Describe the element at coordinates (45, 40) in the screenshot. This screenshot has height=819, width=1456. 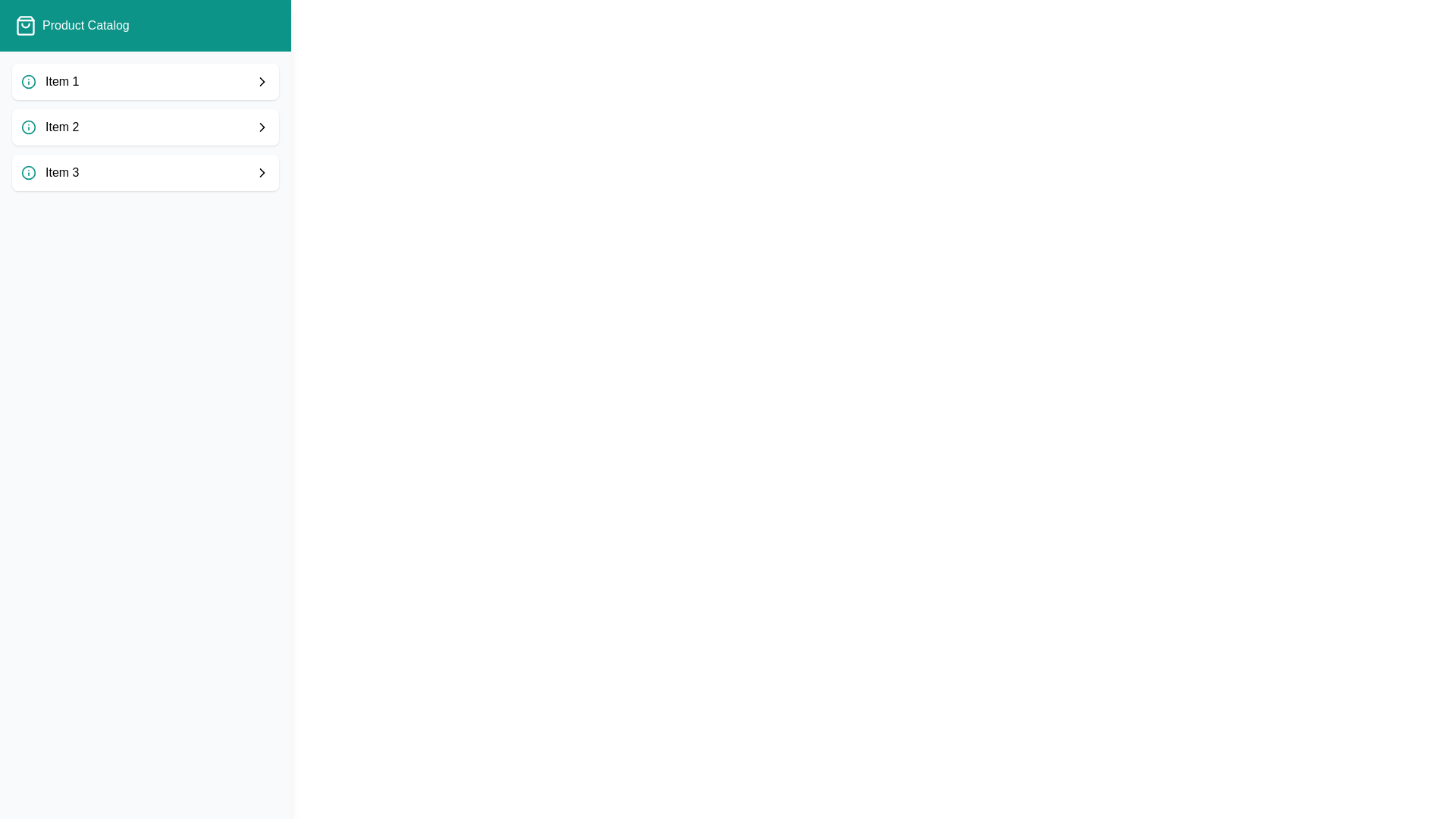
I see `'Catalog' button at the top-left corner to toggle the drawer visibility` at that location.